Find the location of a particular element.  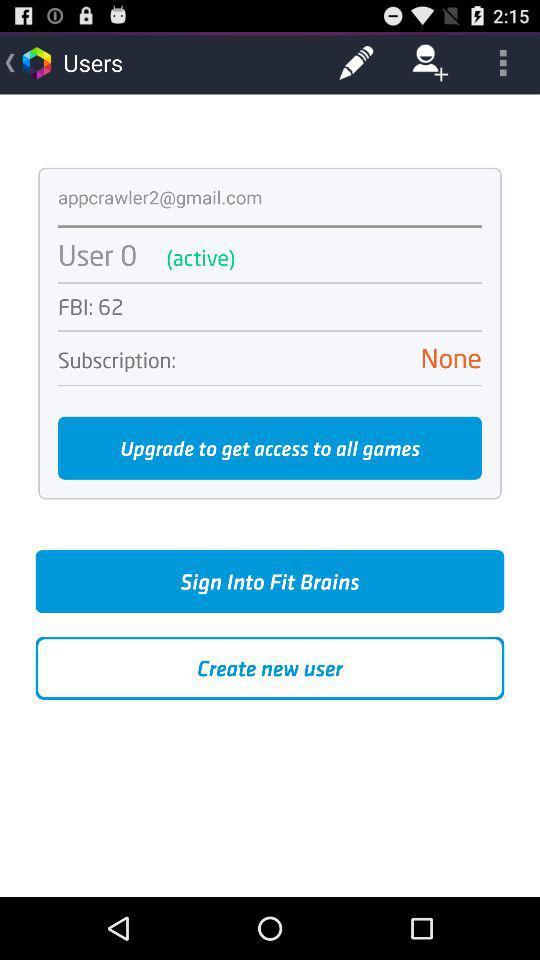

the (active) app is located at coordinates (334, 256).